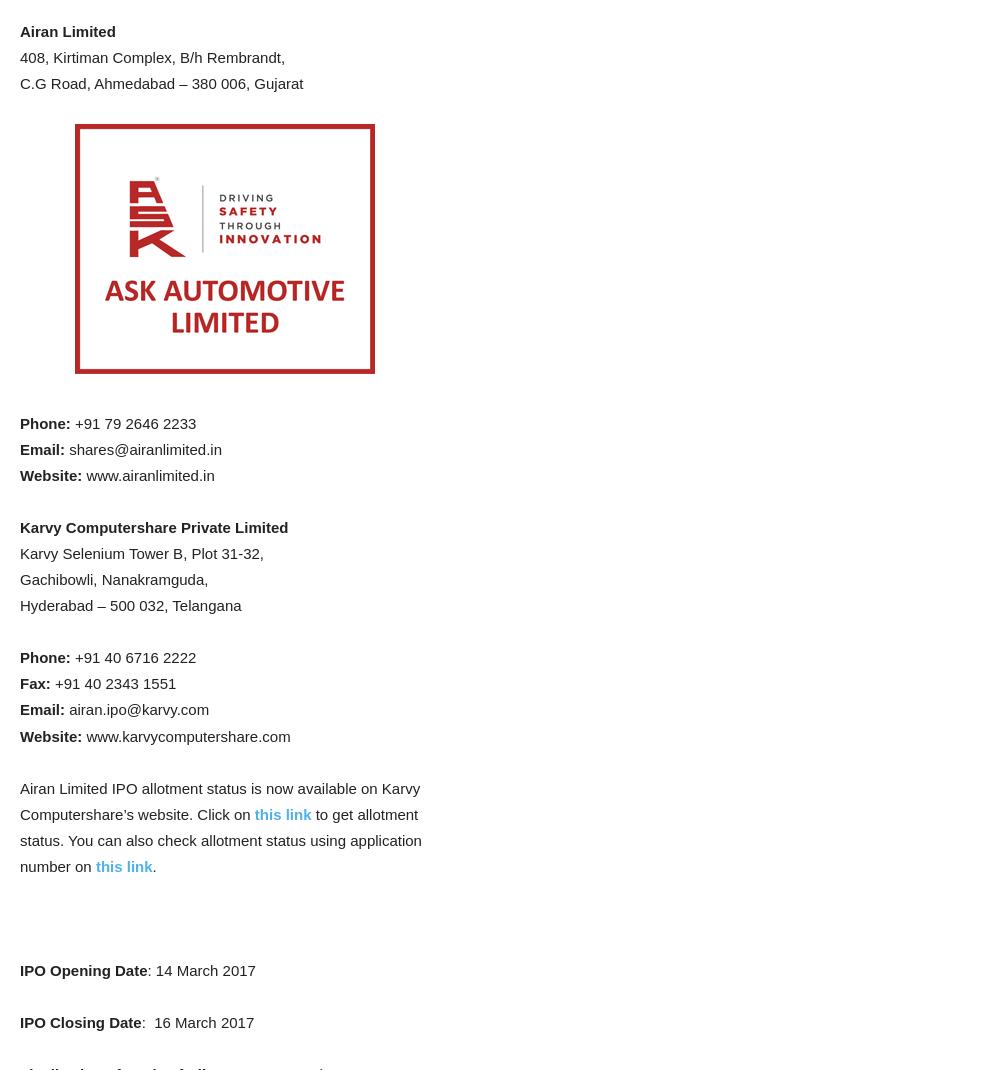 Image resolution: width=990 pixels, height=1070 pixels. What do you see at coordinates (129, 604) in the screenshot?
I see `'Hyderabad – 500 032, Telangana'` at bounding box center [129, 604].